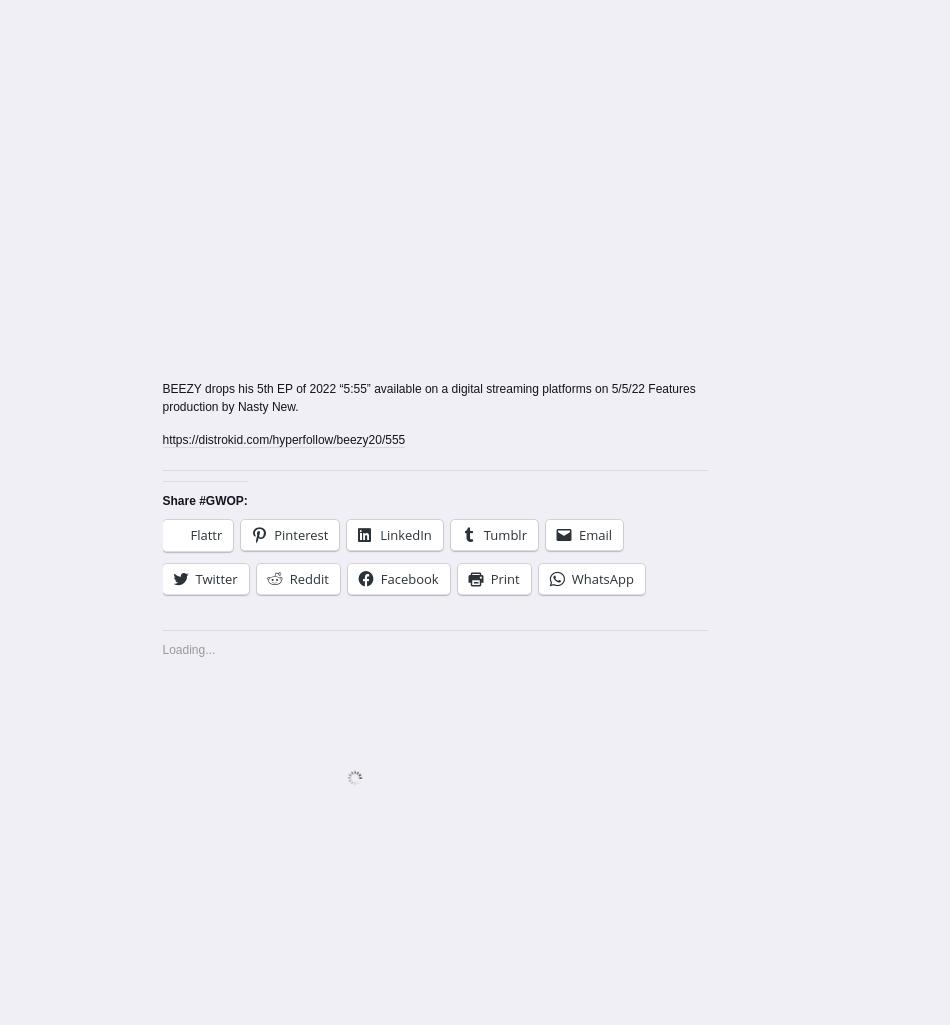 Image resolution: width=950 pixels, height=1025 pixels. I want to click on 'BEEZY drops his 5th EP of 2022 “5:55” available on a digital streaming platforms on 5/5/22   Features production by Nasty New.', so click(161, 396).